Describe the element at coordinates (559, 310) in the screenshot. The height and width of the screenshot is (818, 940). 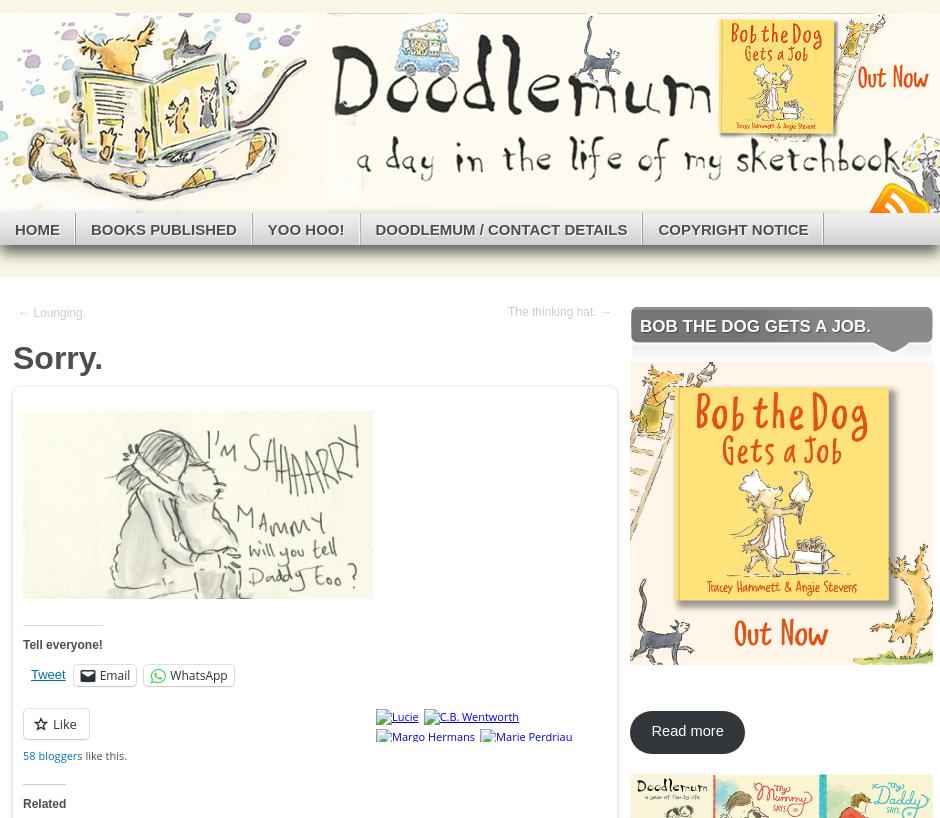
I see `'The thinking hat. →'` at that location.